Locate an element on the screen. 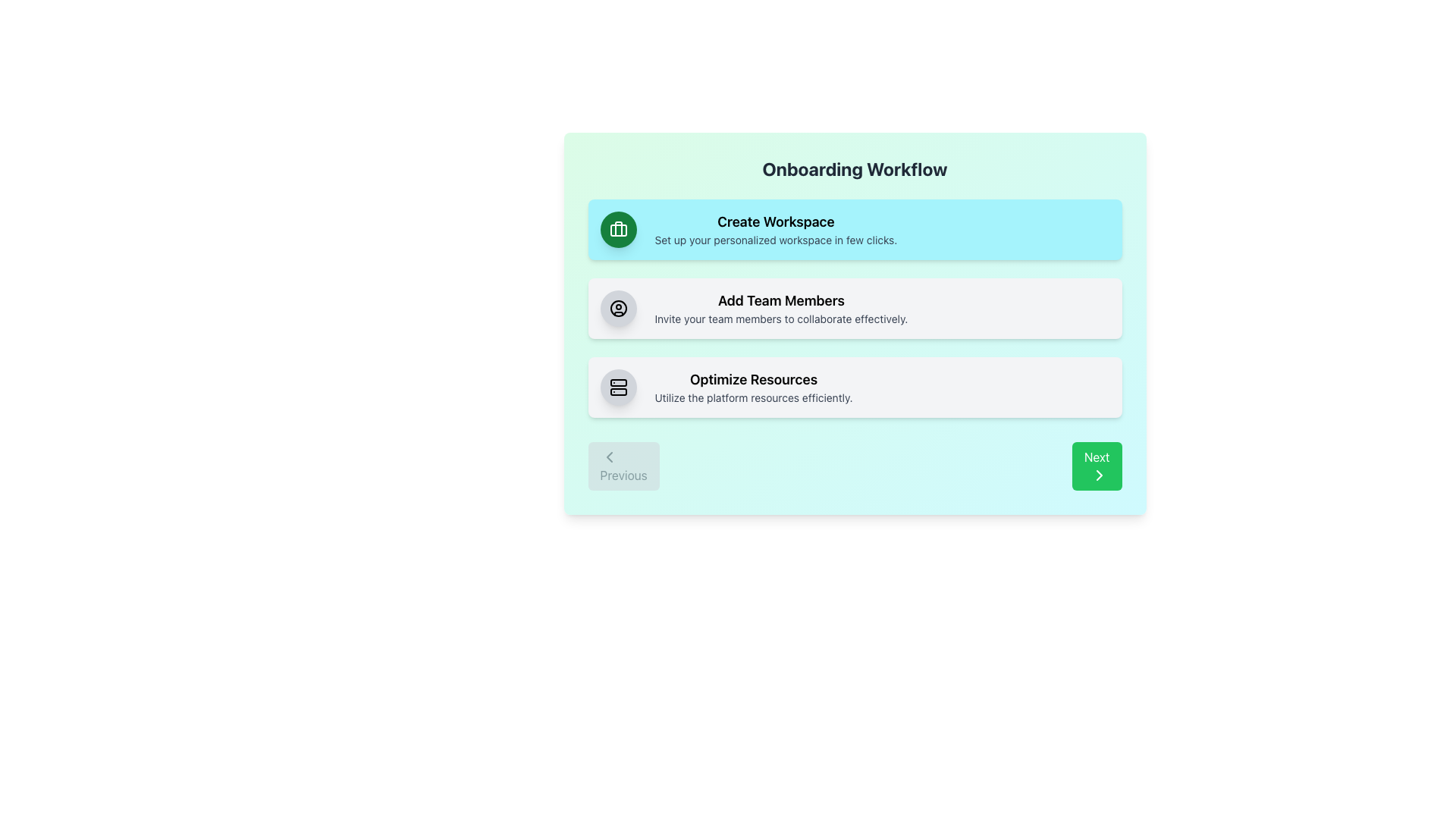 Image resolution: width=1456 pixels, height=819 pixels. instructions provided in the informational text group located centrally below the 'Create Workspace' option and above the 'Optimize Resources' option in the onboarding workflow interface is located at coordinates (781, 308).